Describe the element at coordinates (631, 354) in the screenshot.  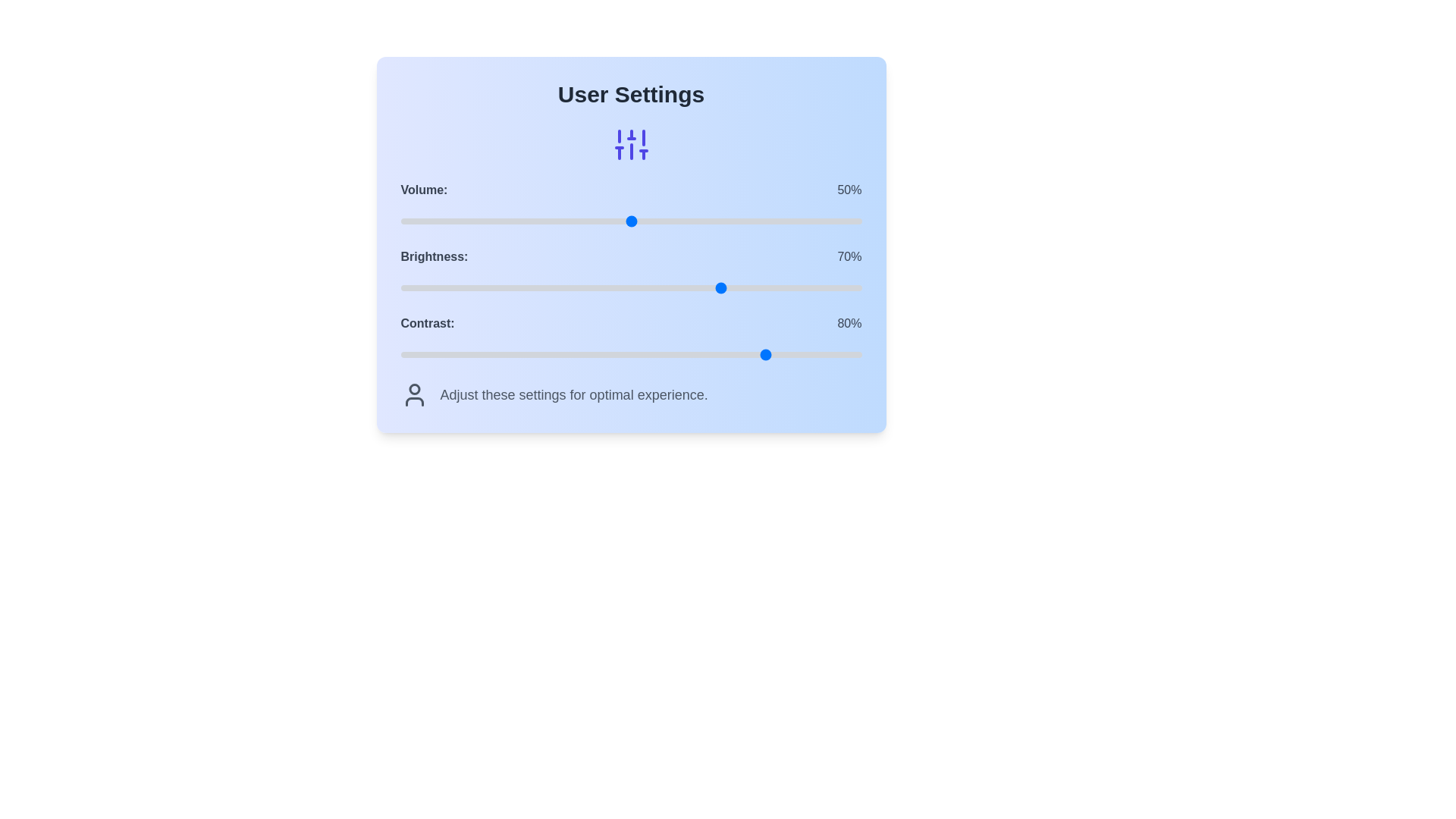
I see `the contrast adjustment slider handle` at that location.